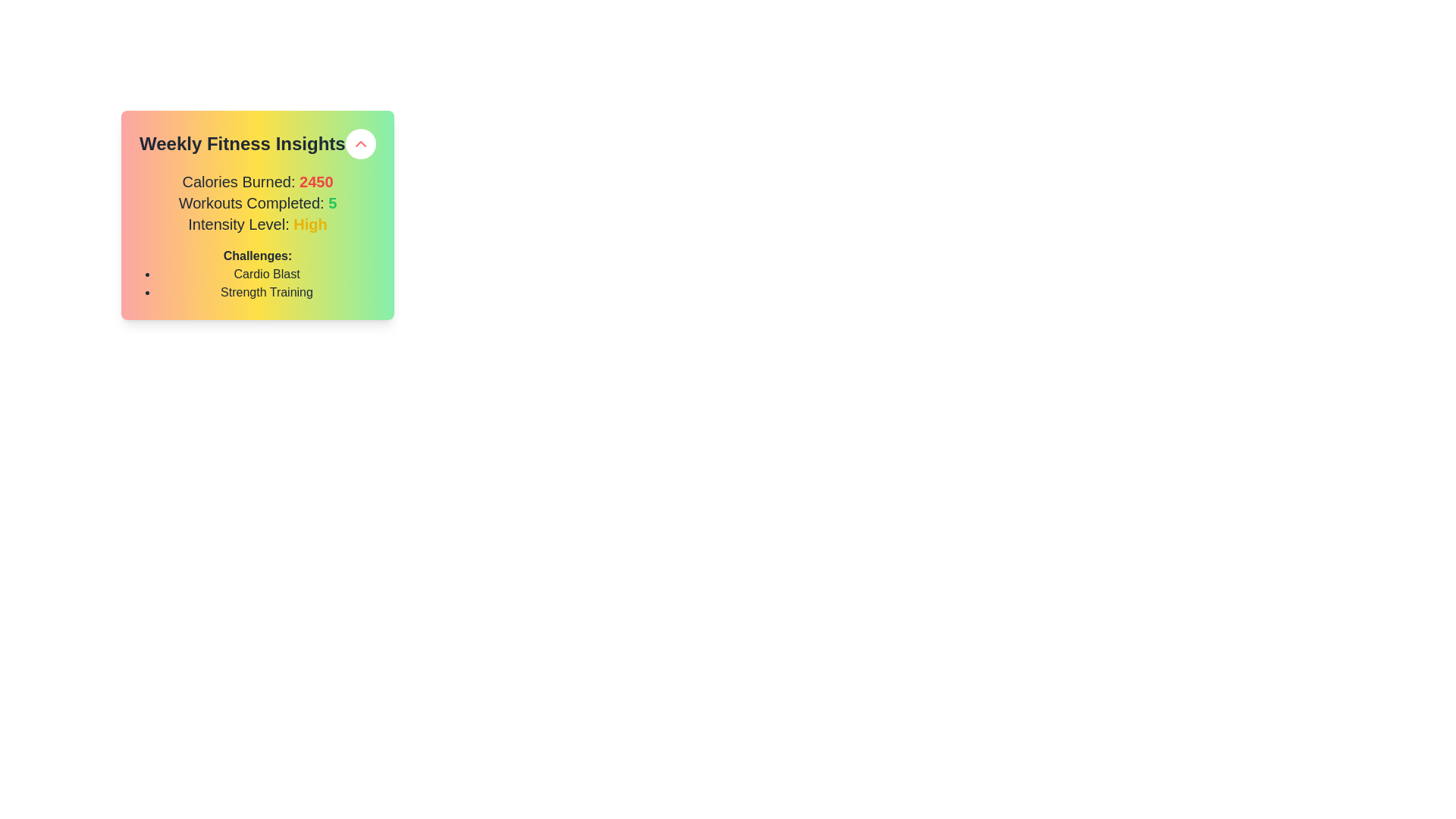 This screenshot has width=1456, height=819. What do you see at coordinates (258, 284) in the screenshot?
I see `the 'Weekly Fitness Insights' challenges list, which includes 'Cardio Blast' and 'Strength Training', without clicking` at bounding box center [258, 284].